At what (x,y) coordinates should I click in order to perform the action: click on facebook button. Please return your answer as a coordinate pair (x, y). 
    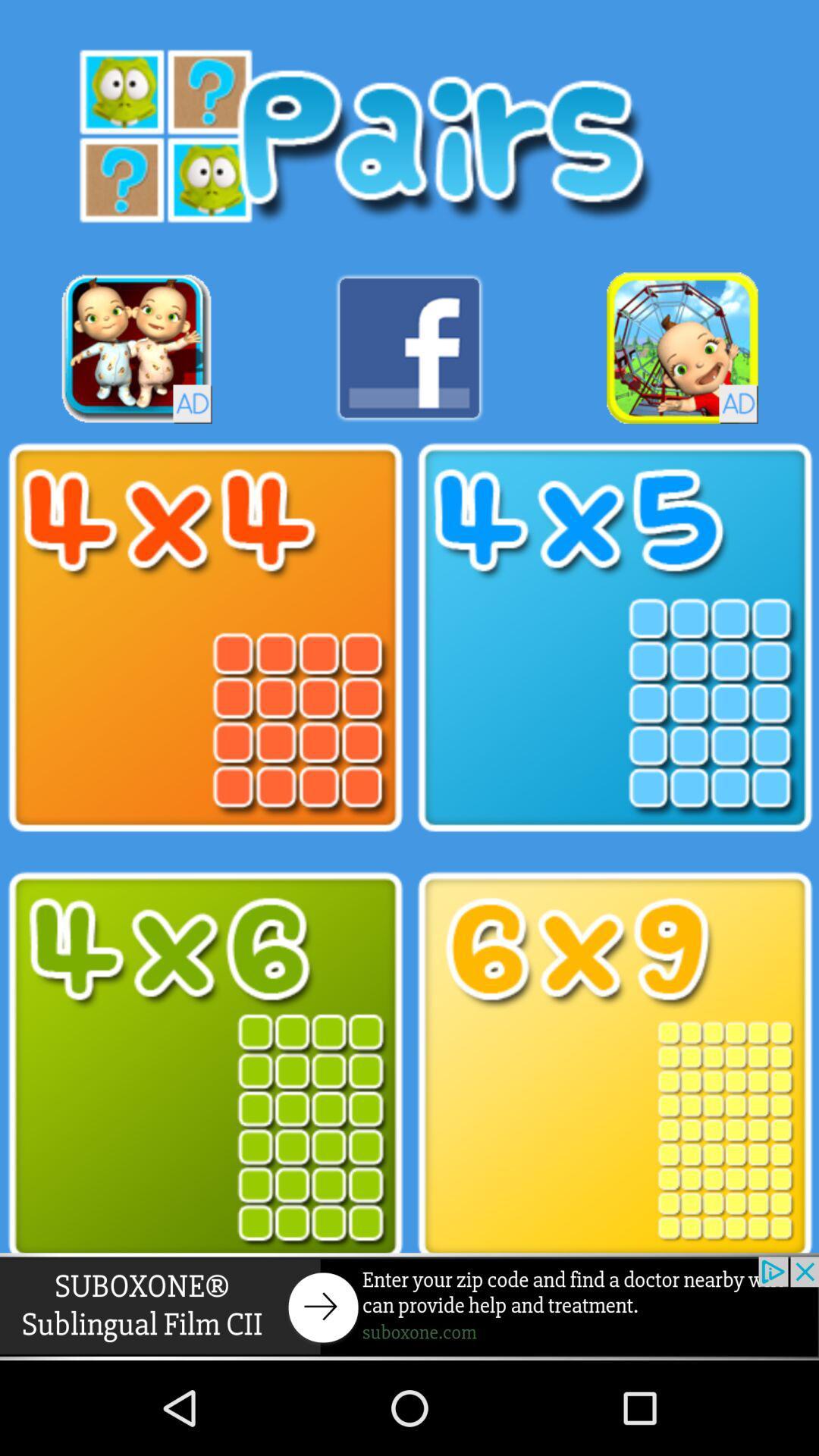
    Looking at the image, I should click on (409, 347).